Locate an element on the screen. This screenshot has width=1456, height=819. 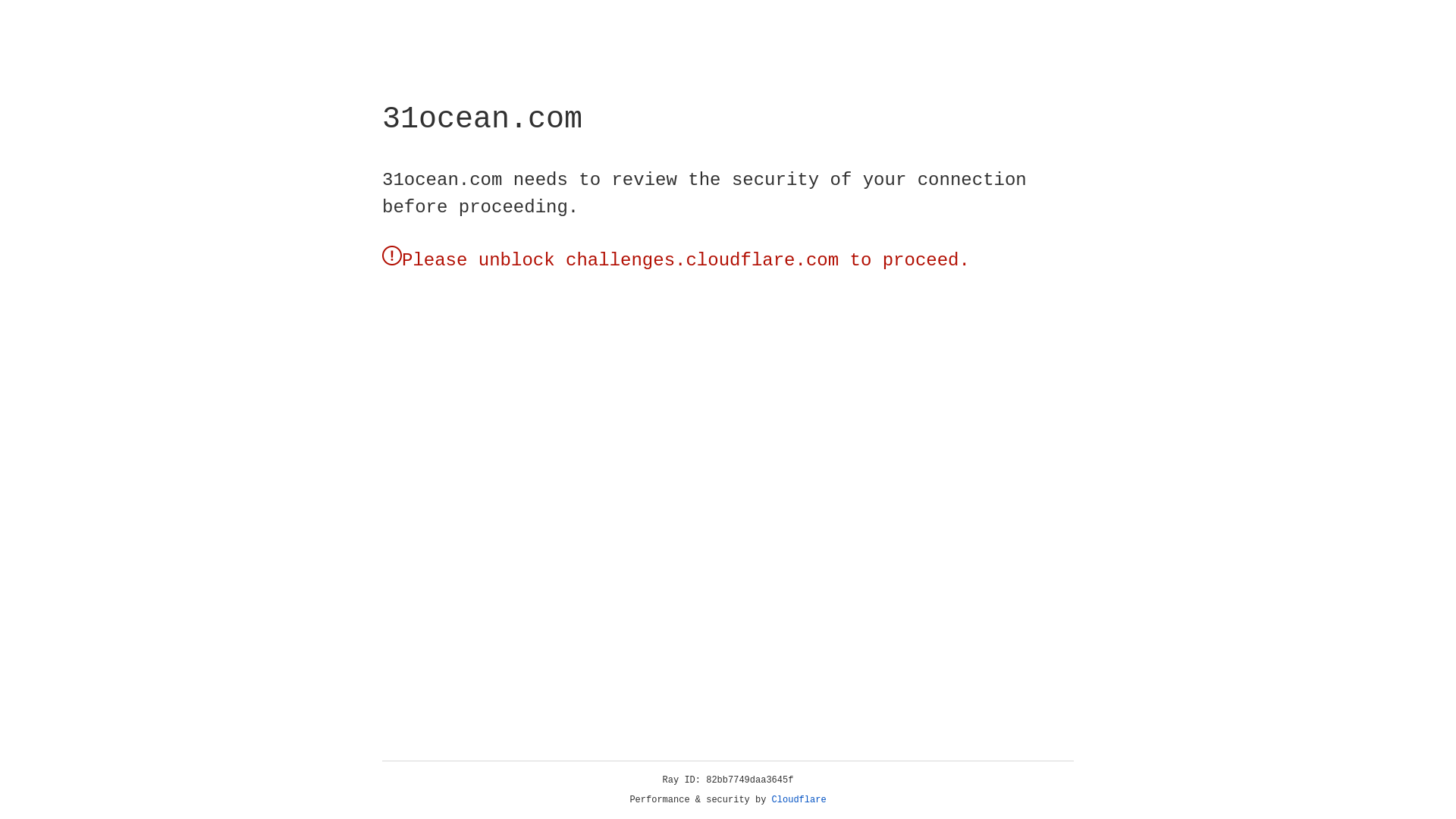
'Cloudflare' is located at coordinates (799, 799).